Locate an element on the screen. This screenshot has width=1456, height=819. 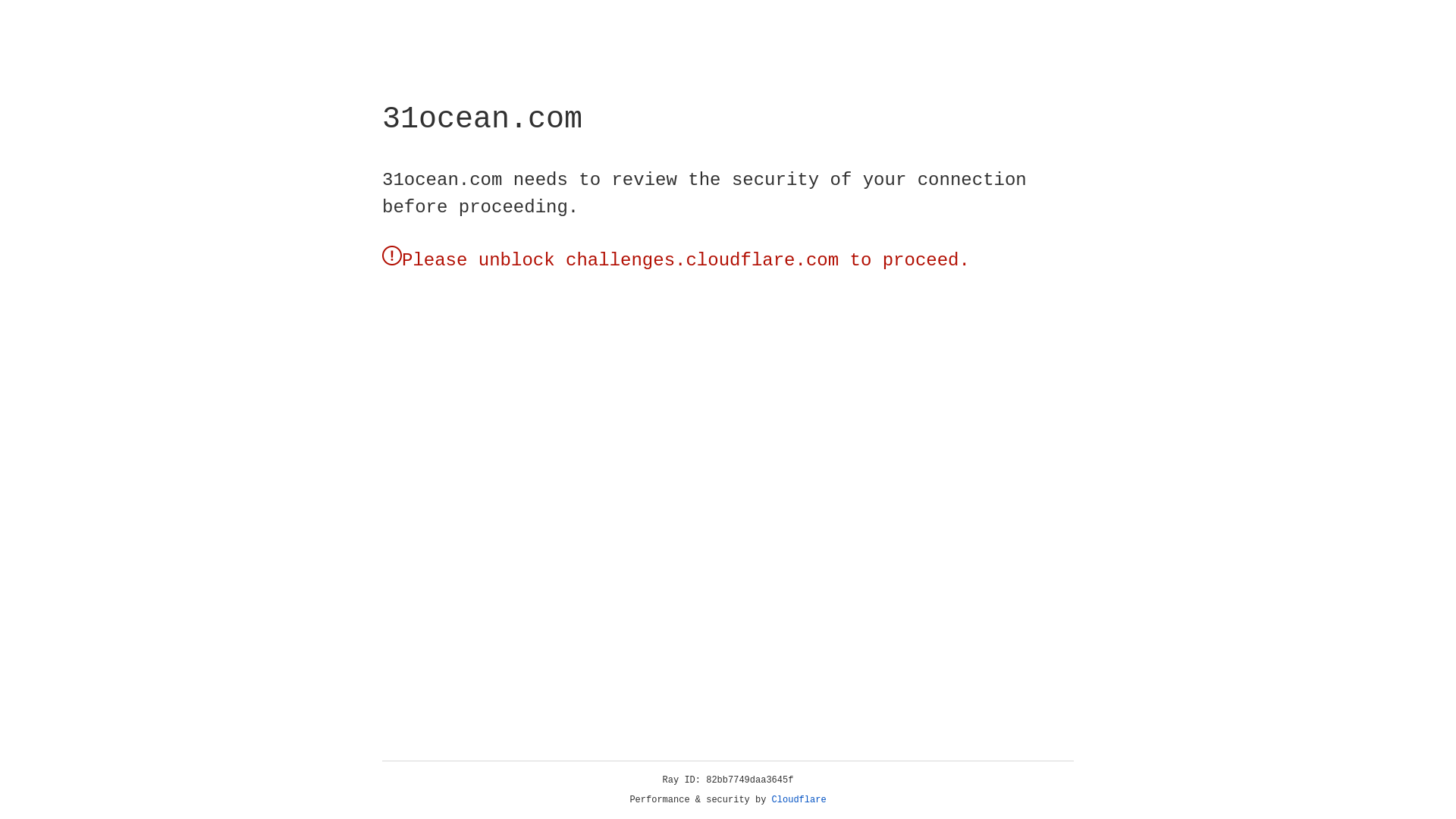
'Cloudflare' is located at coordinates (799, 799).